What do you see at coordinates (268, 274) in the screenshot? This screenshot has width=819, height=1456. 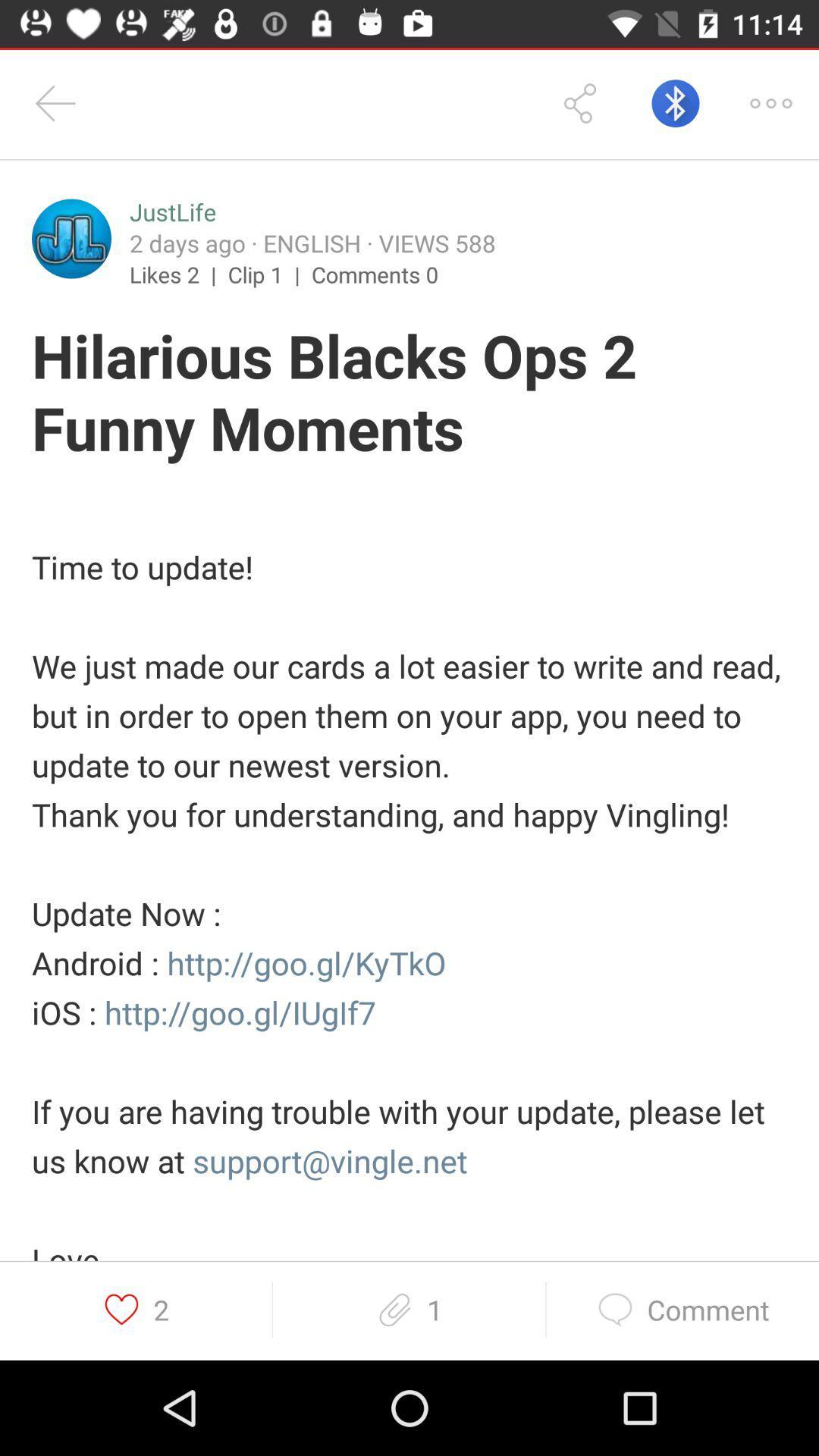 I see `item to the left of comments 0` at bounding box center [268, 274].